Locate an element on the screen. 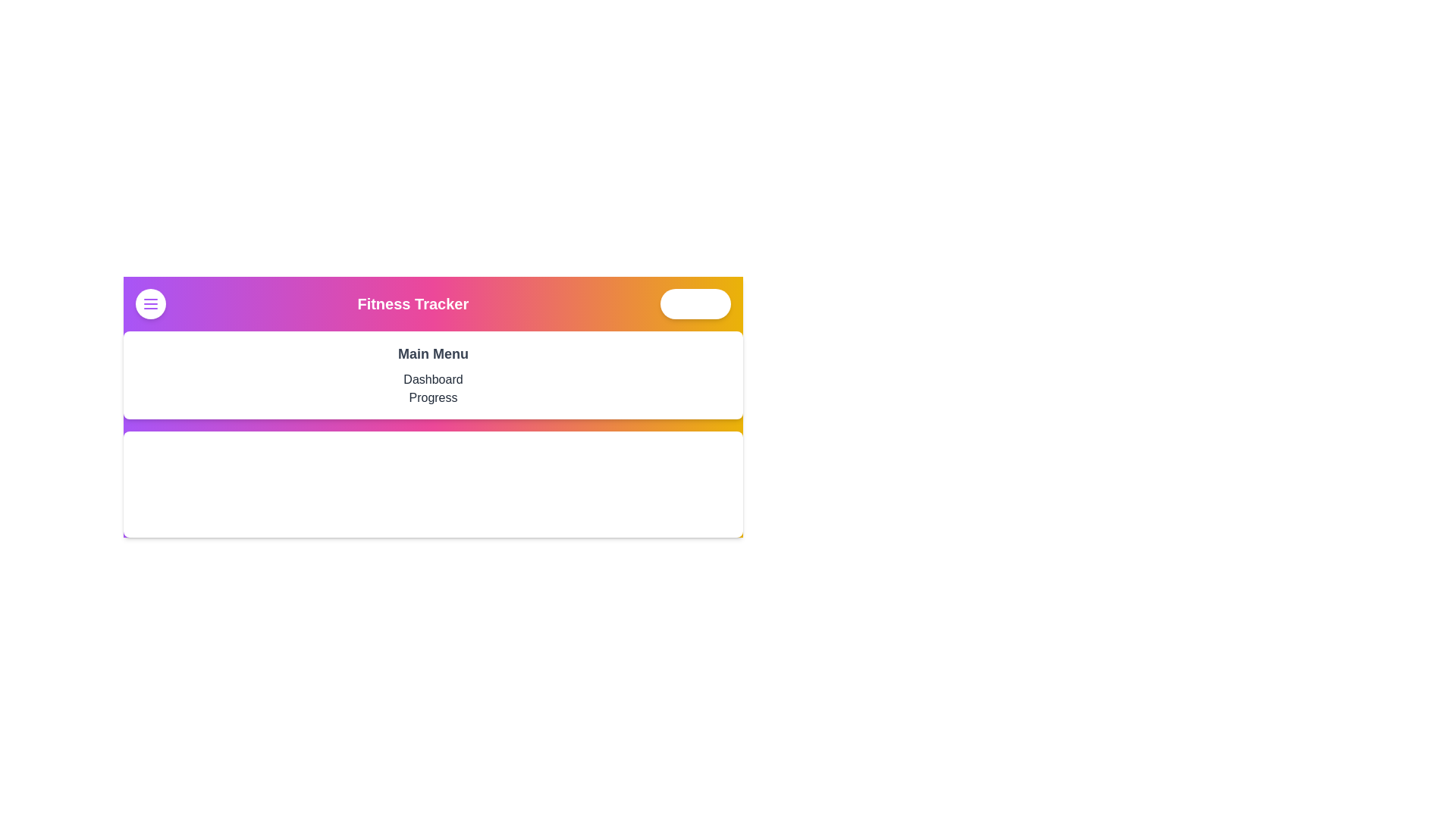 This screenshot has width=1456, height=819. the menu button to toggle the menu visibility is located at coordinates (150, 304).